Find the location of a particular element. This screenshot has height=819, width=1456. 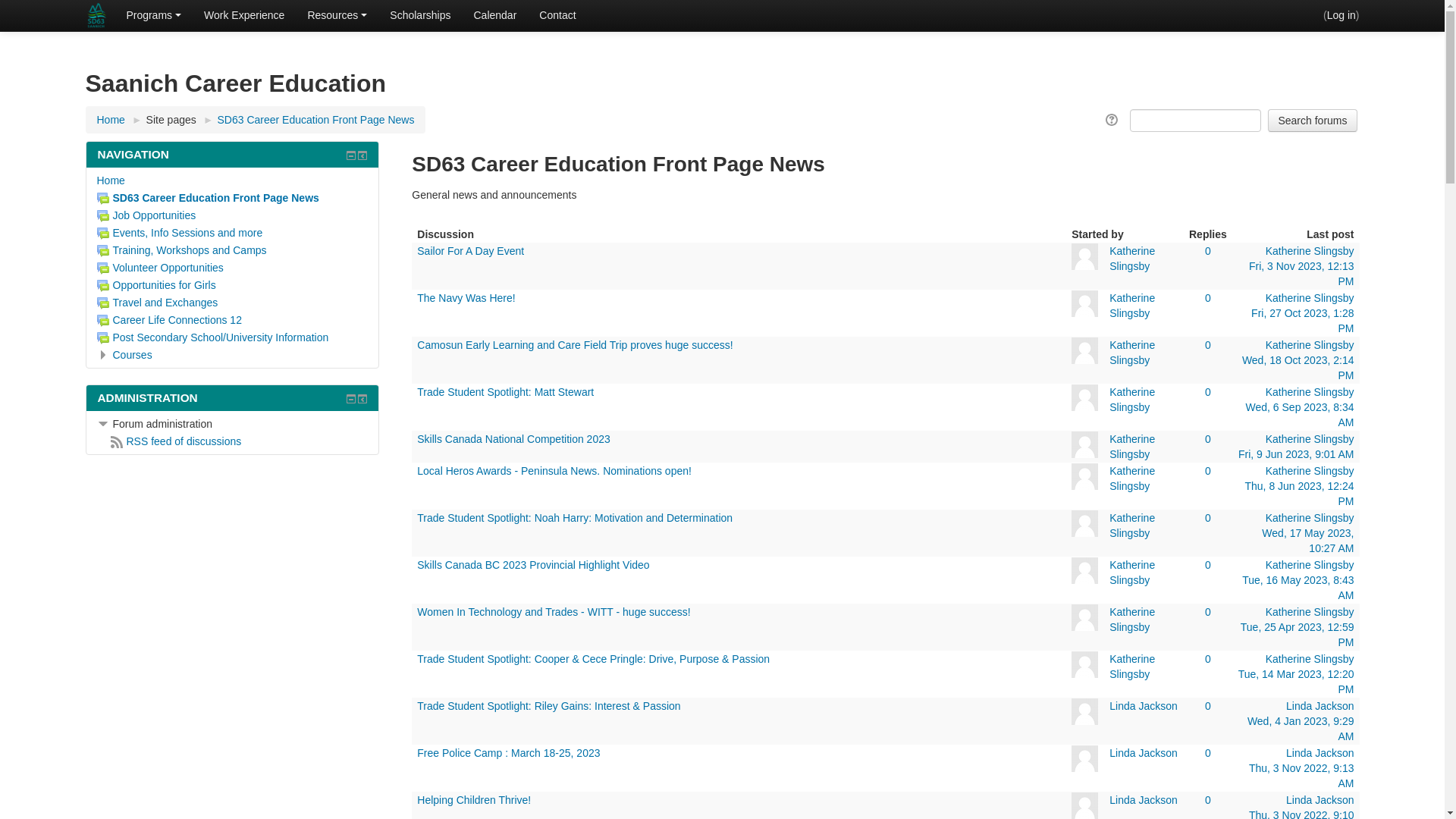

'Linda Jackson' is located at coordinates (1143, 705).